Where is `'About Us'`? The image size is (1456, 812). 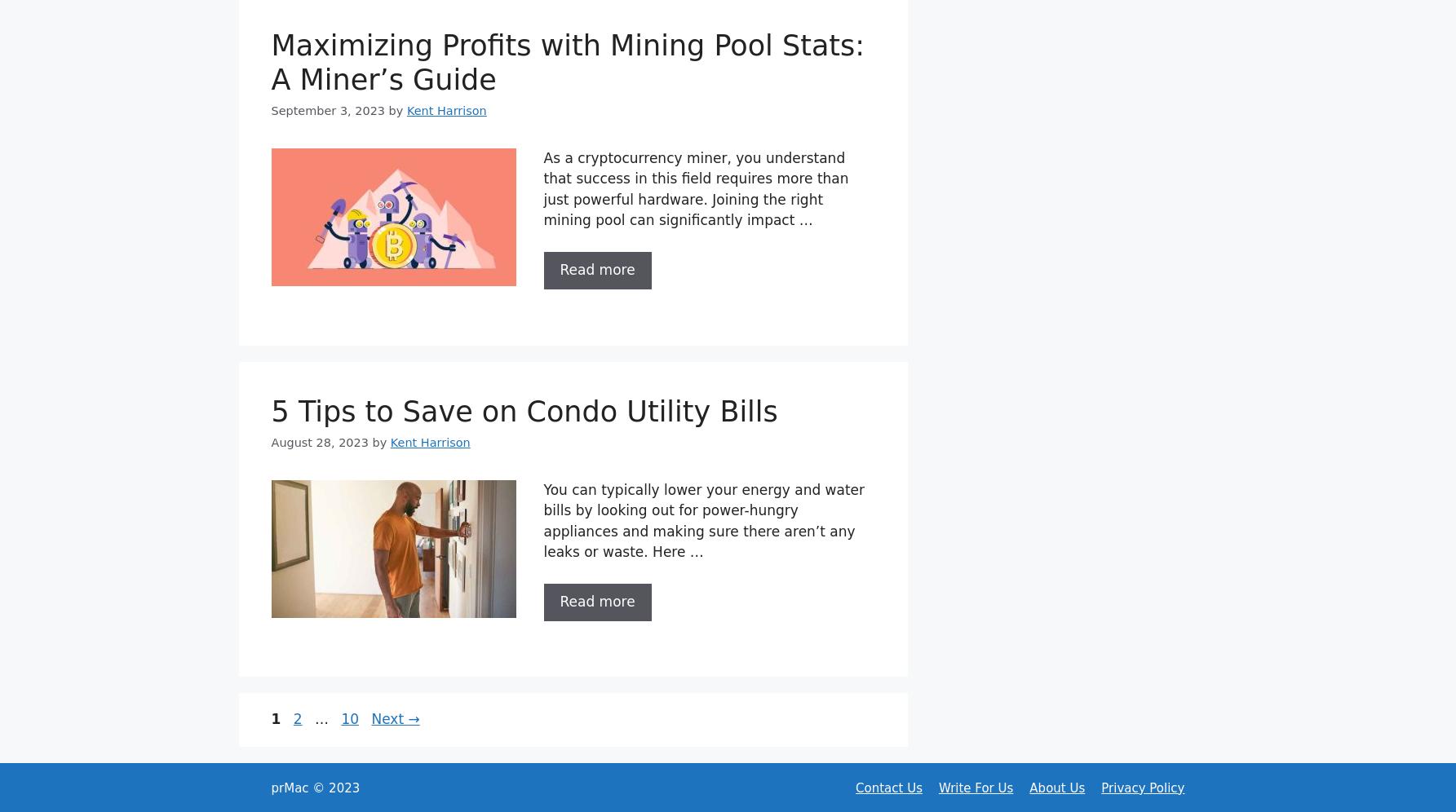 'About Us' is located at coordinates (1057, 787).